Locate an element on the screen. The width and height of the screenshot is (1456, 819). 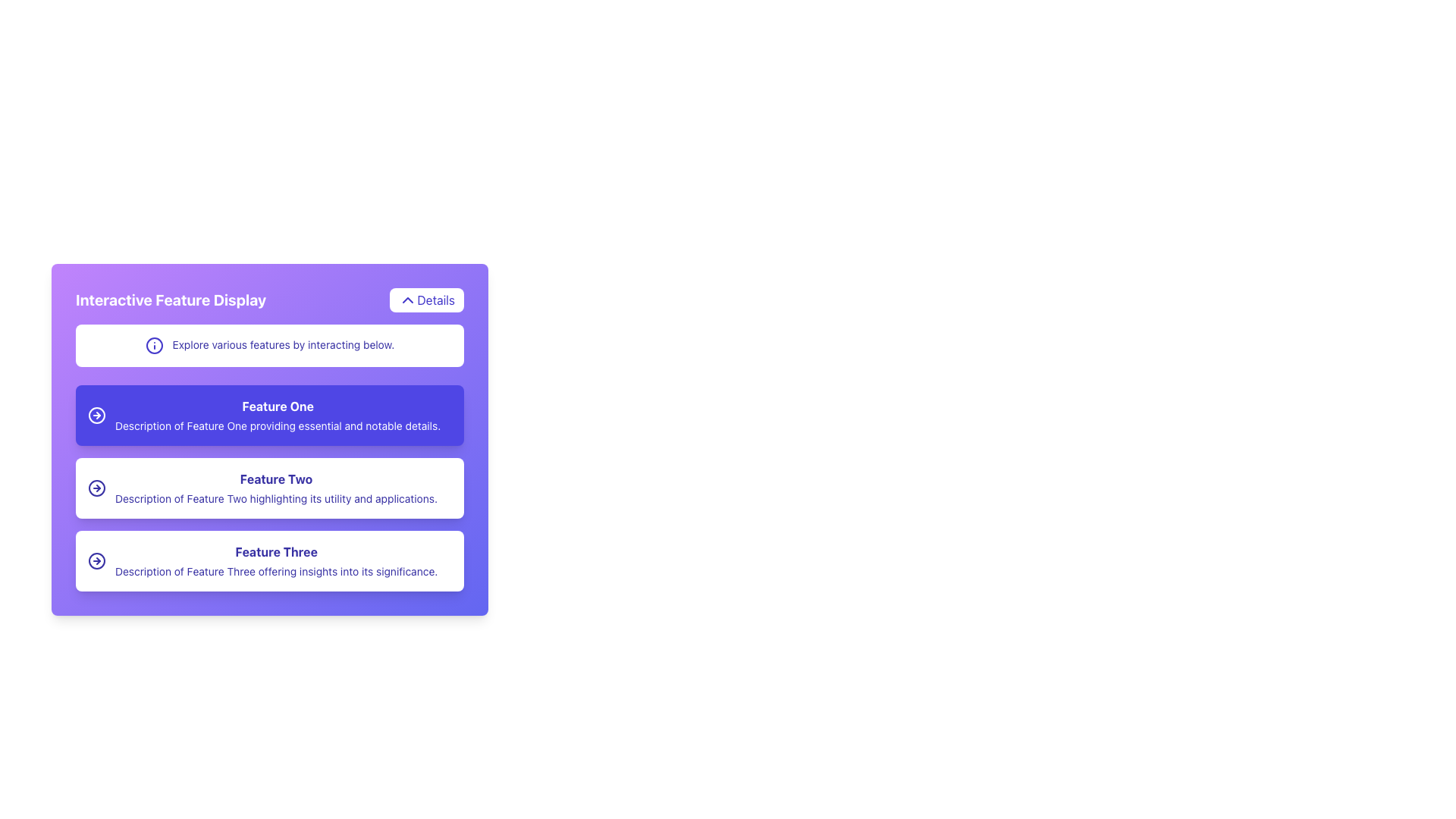
the bold-styled text label displaying 'Feature Two' located at the center of the light purple card above the descriptive text is located at coordinates (276, 479).